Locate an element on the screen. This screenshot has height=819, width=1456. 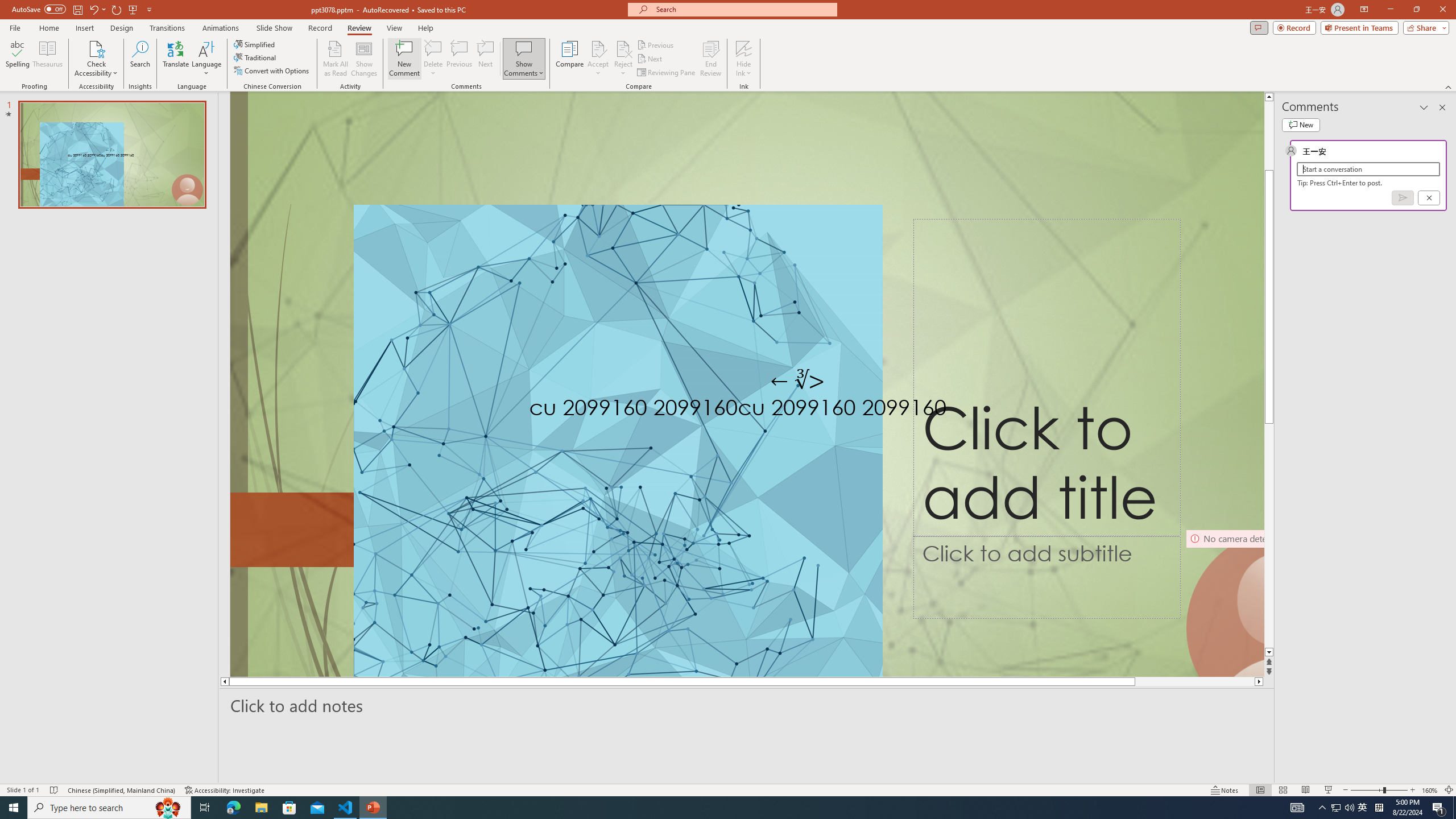
'Cancel' is located at coordinates (1428, 198).